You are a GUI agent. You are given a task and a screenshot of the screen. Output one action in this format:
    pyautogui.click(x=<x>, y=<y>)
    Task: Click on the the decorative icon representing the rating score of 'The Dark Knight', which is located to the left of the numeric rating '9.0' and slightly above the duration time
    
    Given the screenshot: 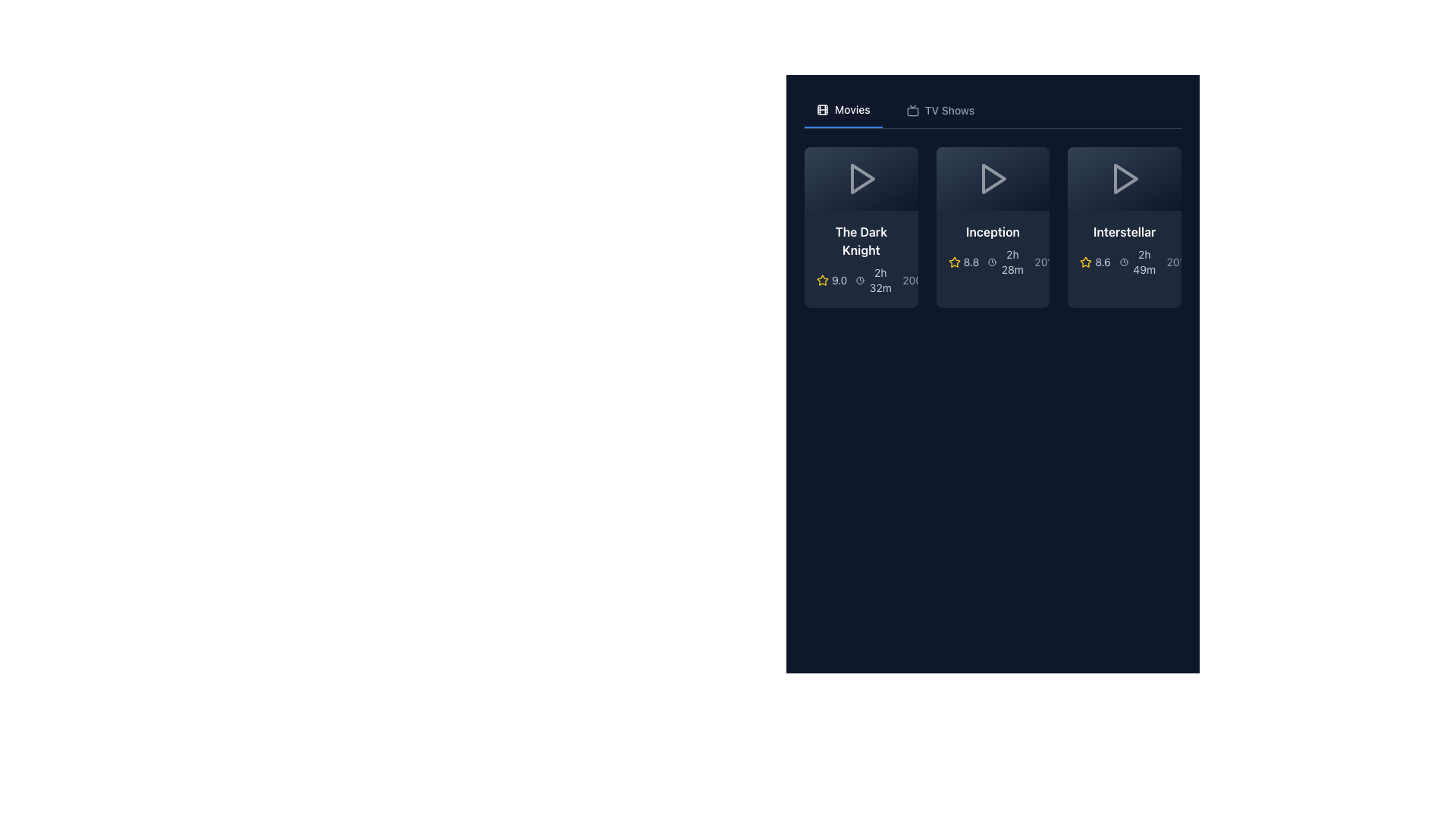 What is the action you would take?
    pyautogui.click(x=821, y=281)
    